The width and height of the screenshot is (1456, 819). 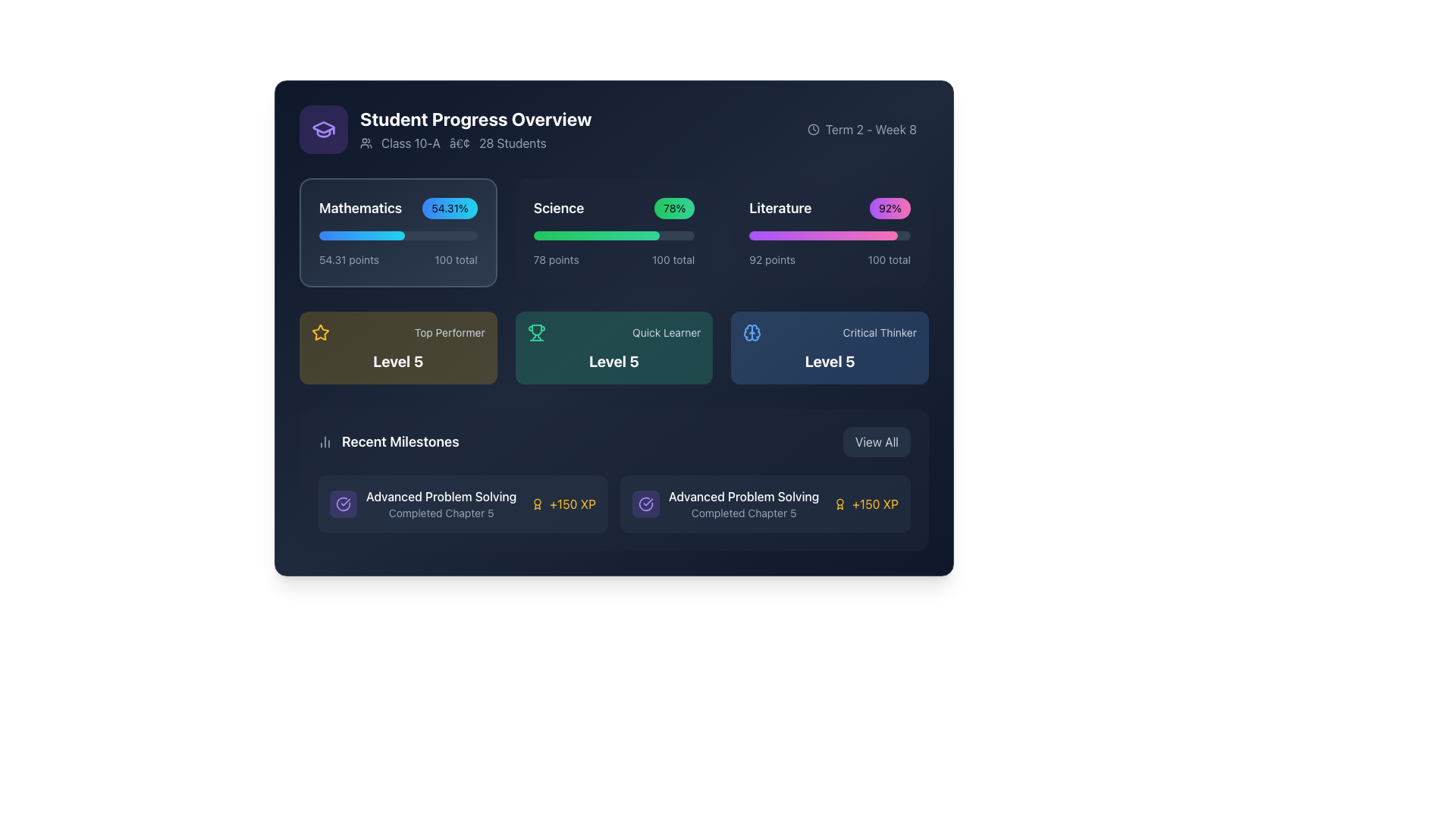 What do you see at coordinates (829, 233) in the screenshot?
I see `the Progress Overview Tile for 'Literature'` at bounding box center [829, 233].